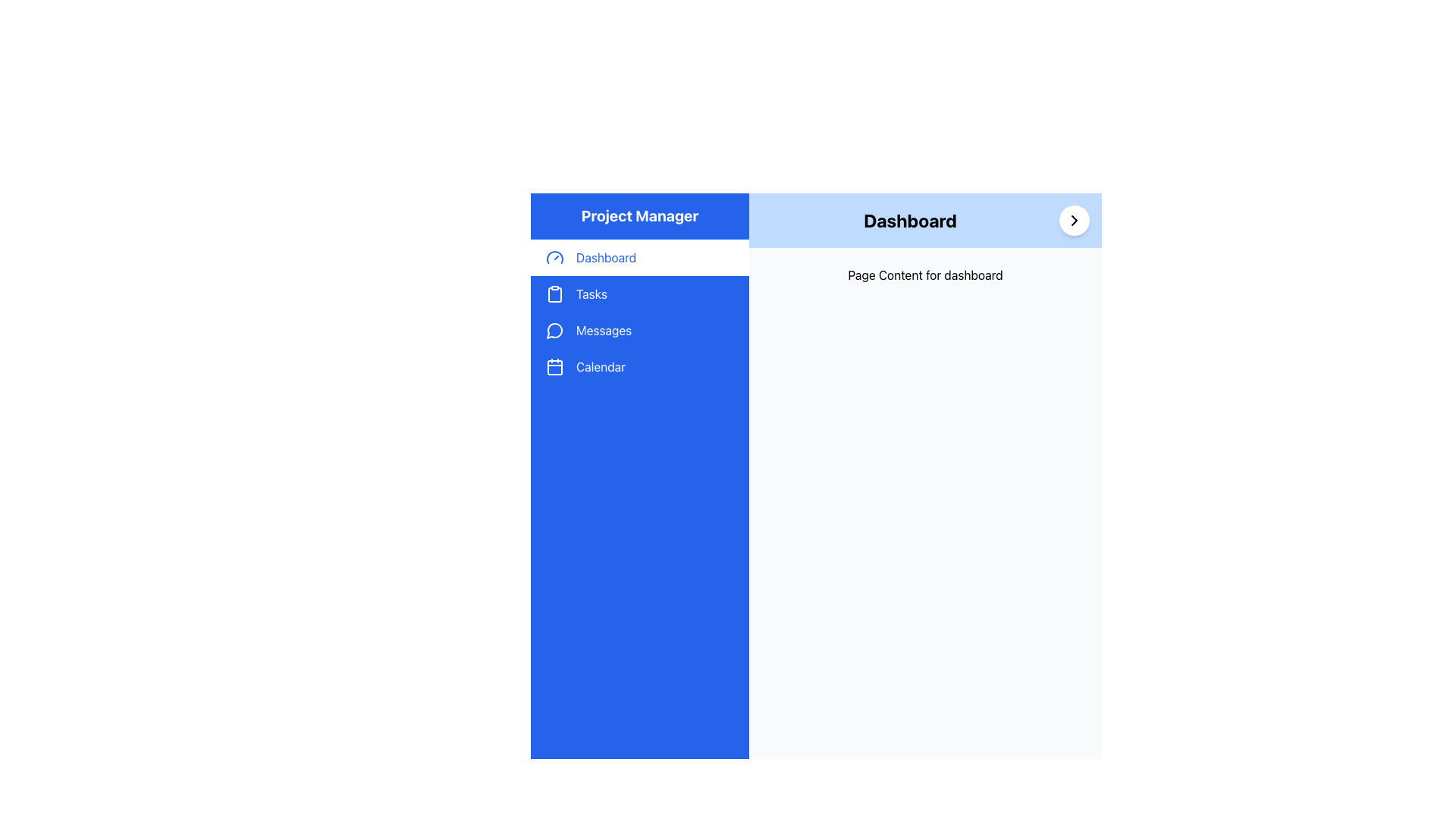 The image size is (1456, 819). I want to click on the 'Messages' menu item in the left sidebar navigation, so click(603, 329).